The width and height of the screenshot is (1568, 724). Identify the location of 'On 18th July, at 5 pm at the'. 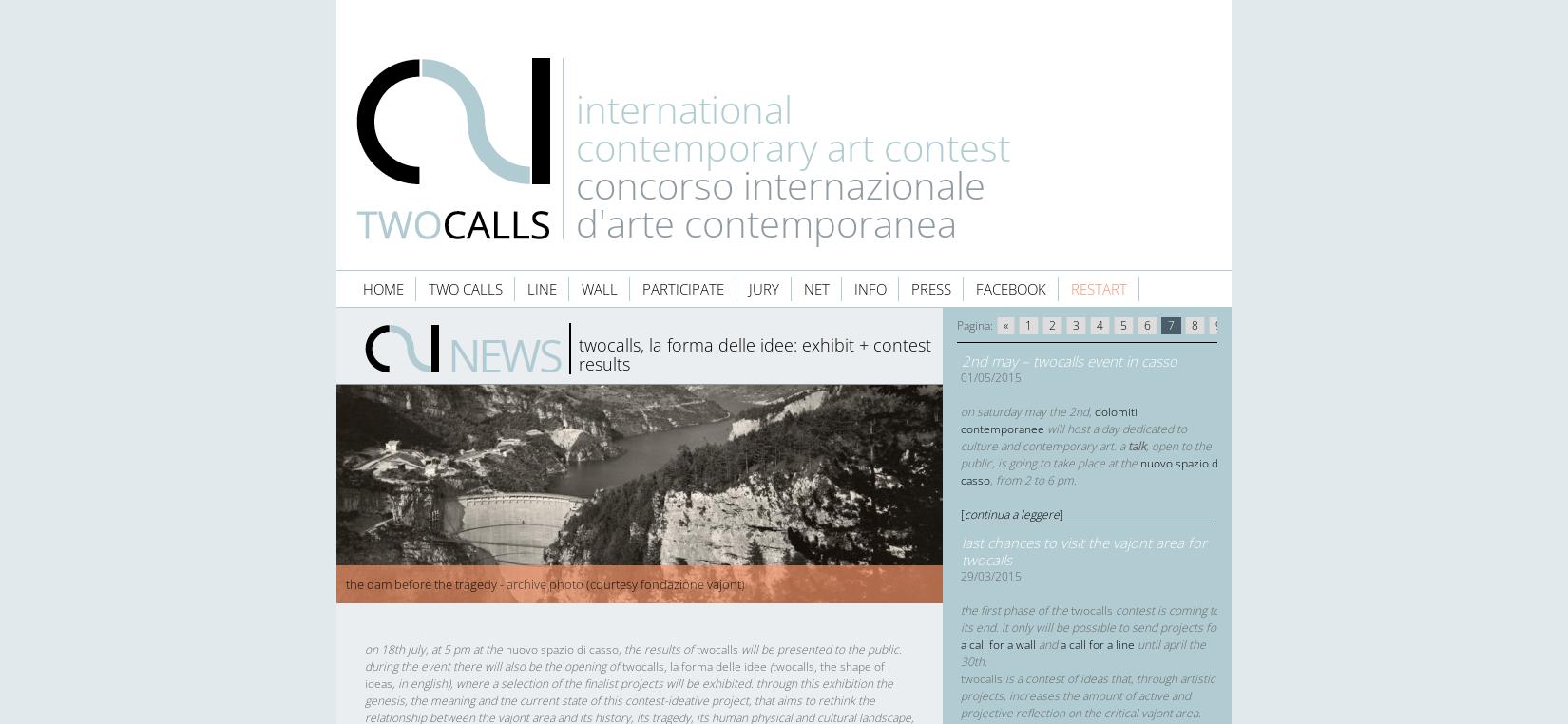
(434, 648).